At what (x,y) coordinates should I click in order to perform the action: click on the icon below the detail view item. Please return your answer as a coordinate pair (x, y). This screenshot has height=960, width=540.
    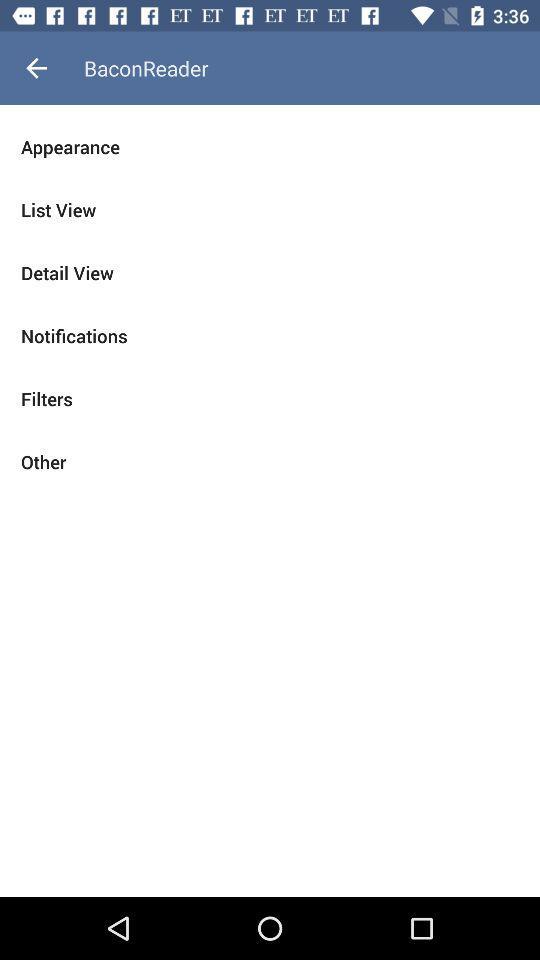
    Looking at the image, I should click on (270, 336).